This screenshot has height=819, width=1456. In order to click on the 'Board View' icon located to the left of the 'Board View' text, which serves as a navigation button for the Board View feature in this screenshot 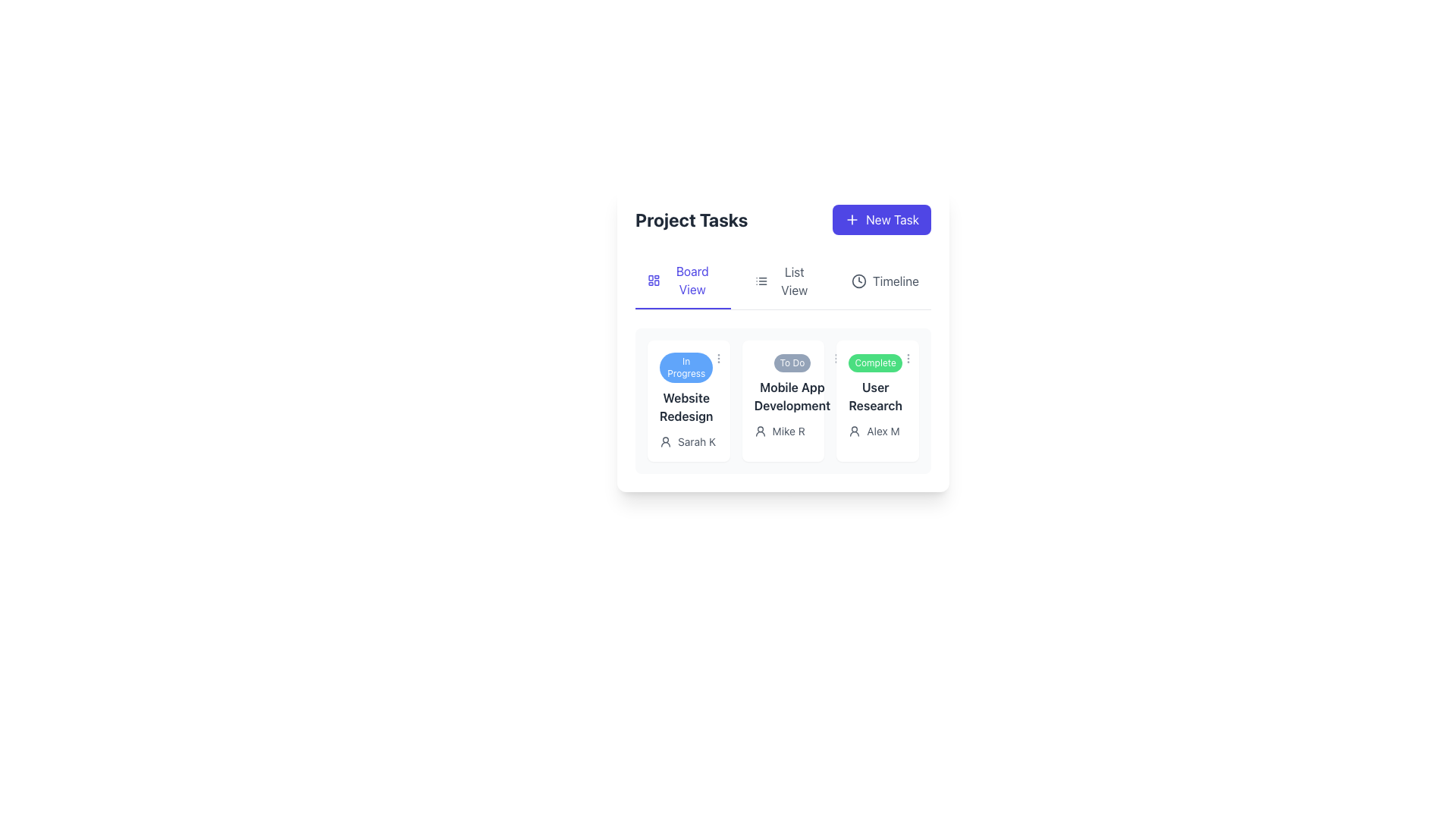, I will do `click(654, 281)`.